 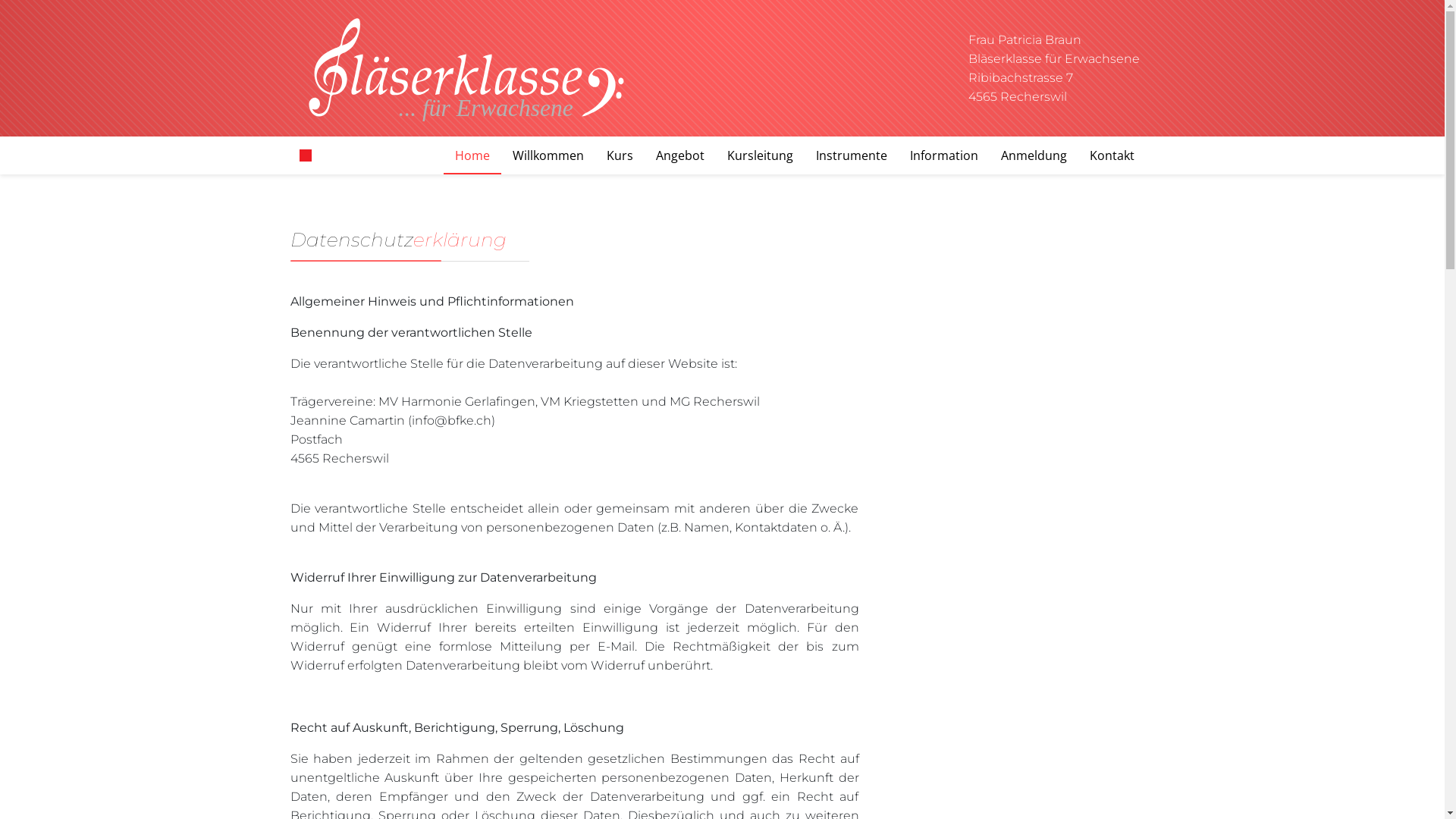 What do you see at coordinates (942, 155) in the screenshot?
I see `'Information'` at bounding box center [942, 155].